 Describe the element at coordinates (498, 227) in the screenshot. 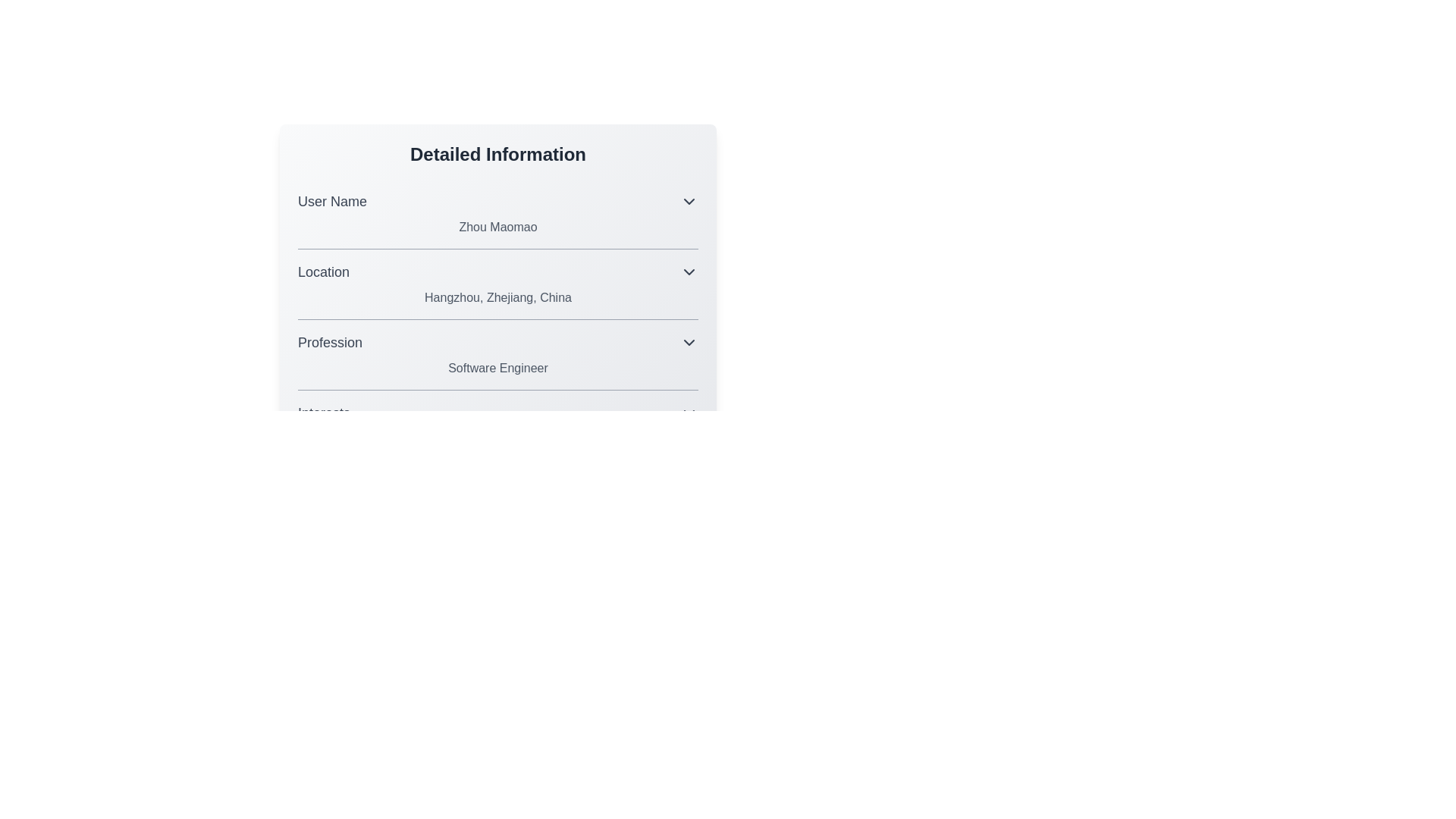

I see `the static text label displaying 'Zhou Maomao' located directly below the 'User Name' label in the user information panel` at that location.